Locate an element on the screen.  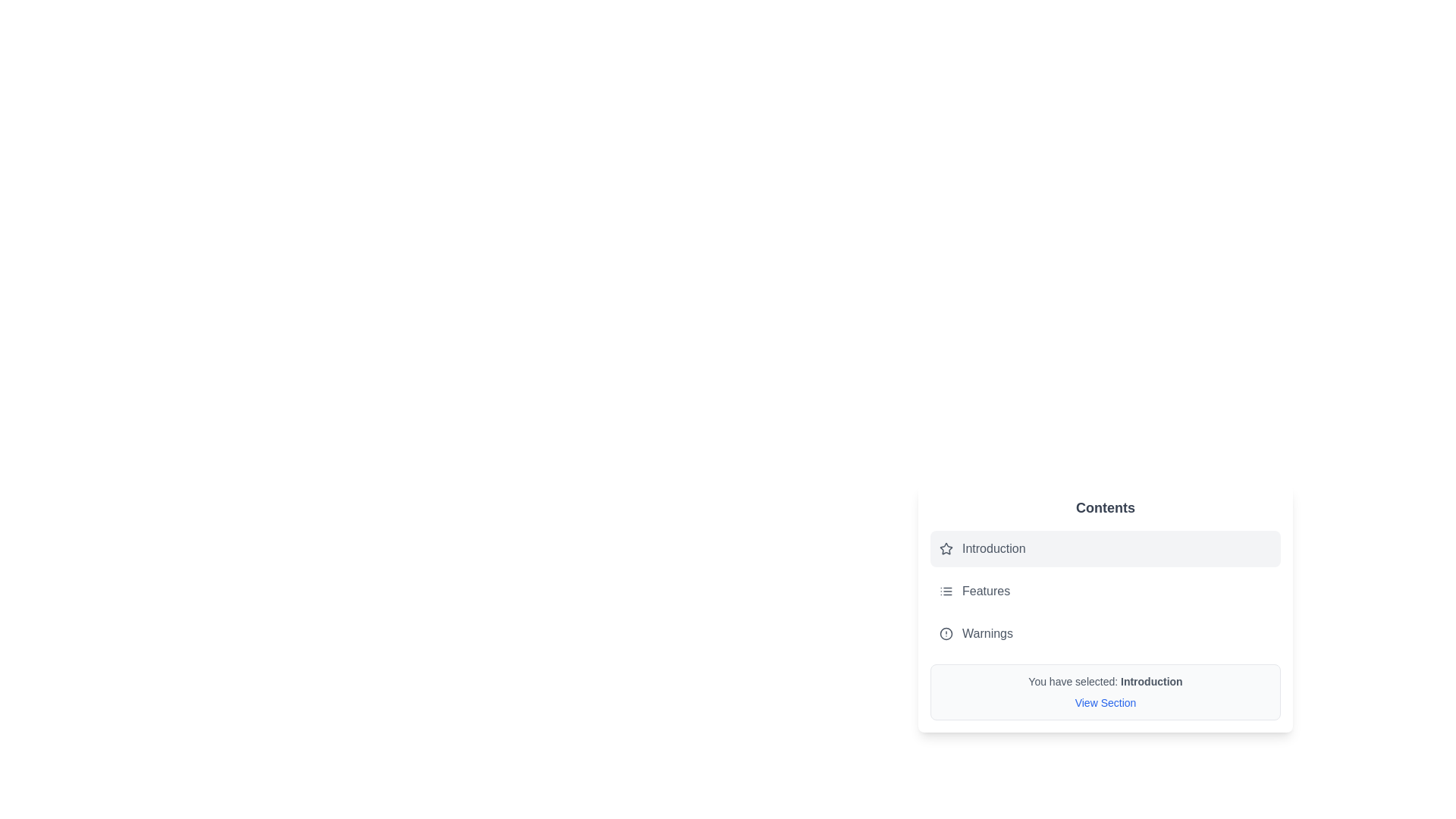
text indicating the currently selected section from the 'Contents' menu, which is embedded in the phrase 'You have selected: Introduction' is located at coordinates (1151, 680).